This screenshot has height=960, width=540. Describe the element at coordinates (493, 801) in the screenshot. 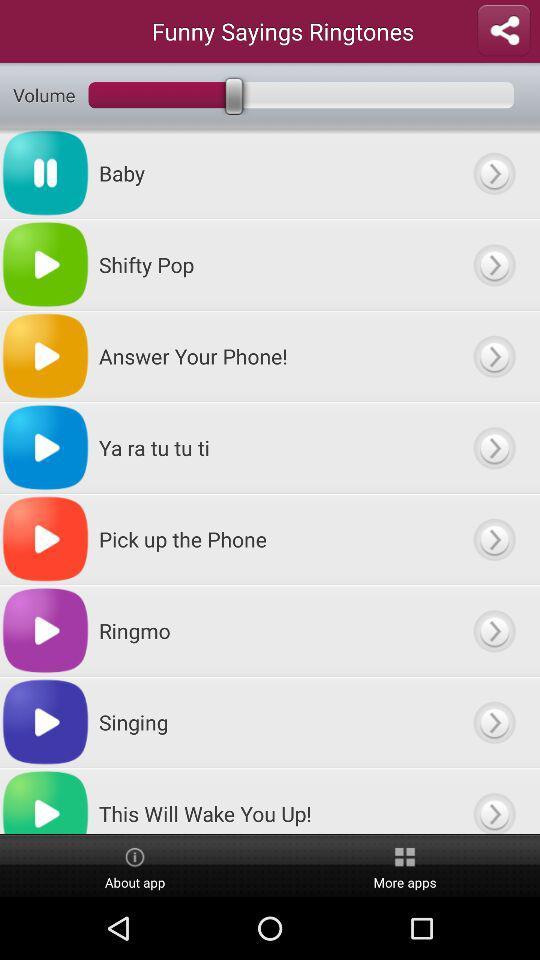

I see `open alarm sound` at that location.